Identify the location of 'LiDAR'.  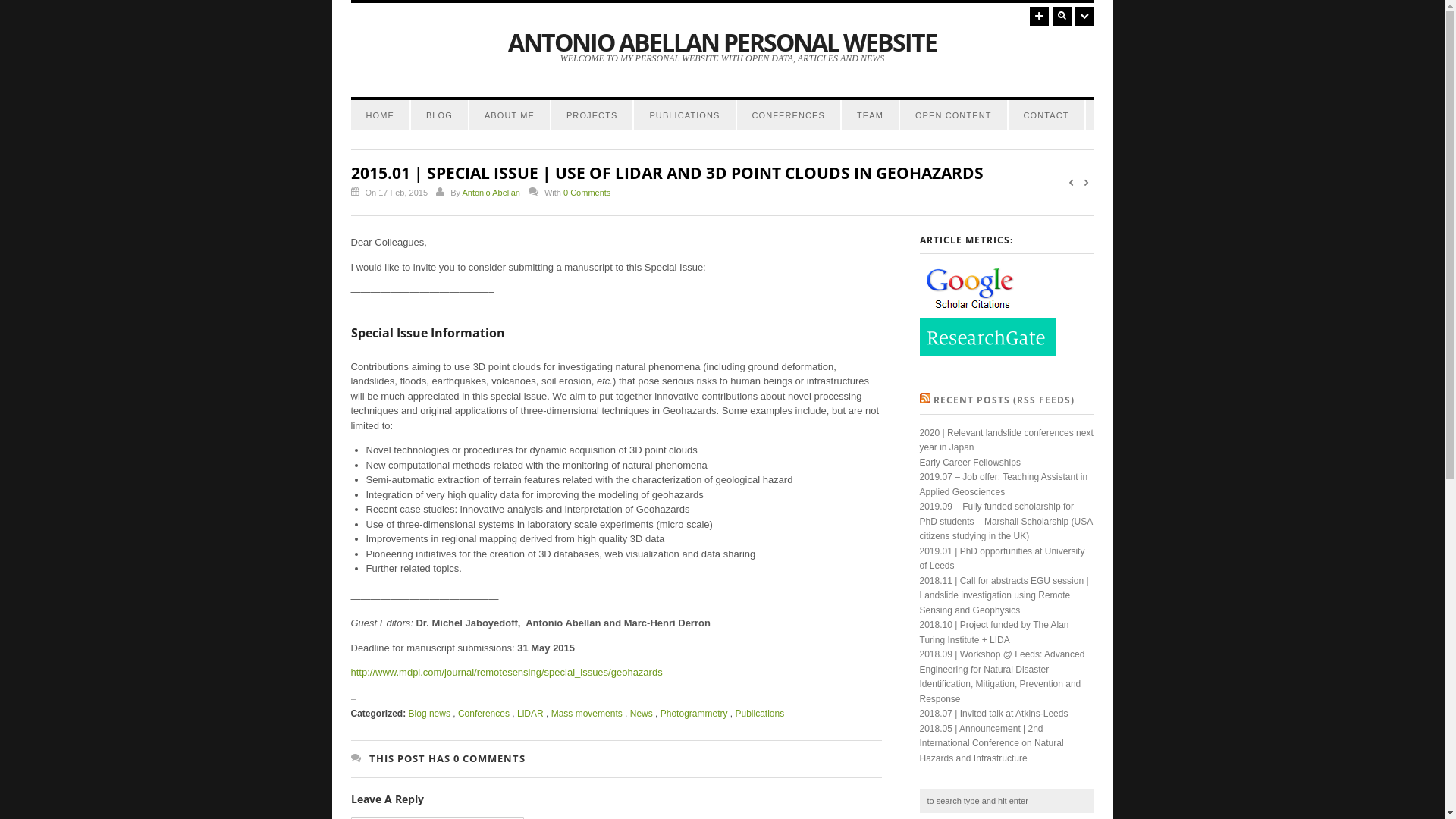
(530, 714).